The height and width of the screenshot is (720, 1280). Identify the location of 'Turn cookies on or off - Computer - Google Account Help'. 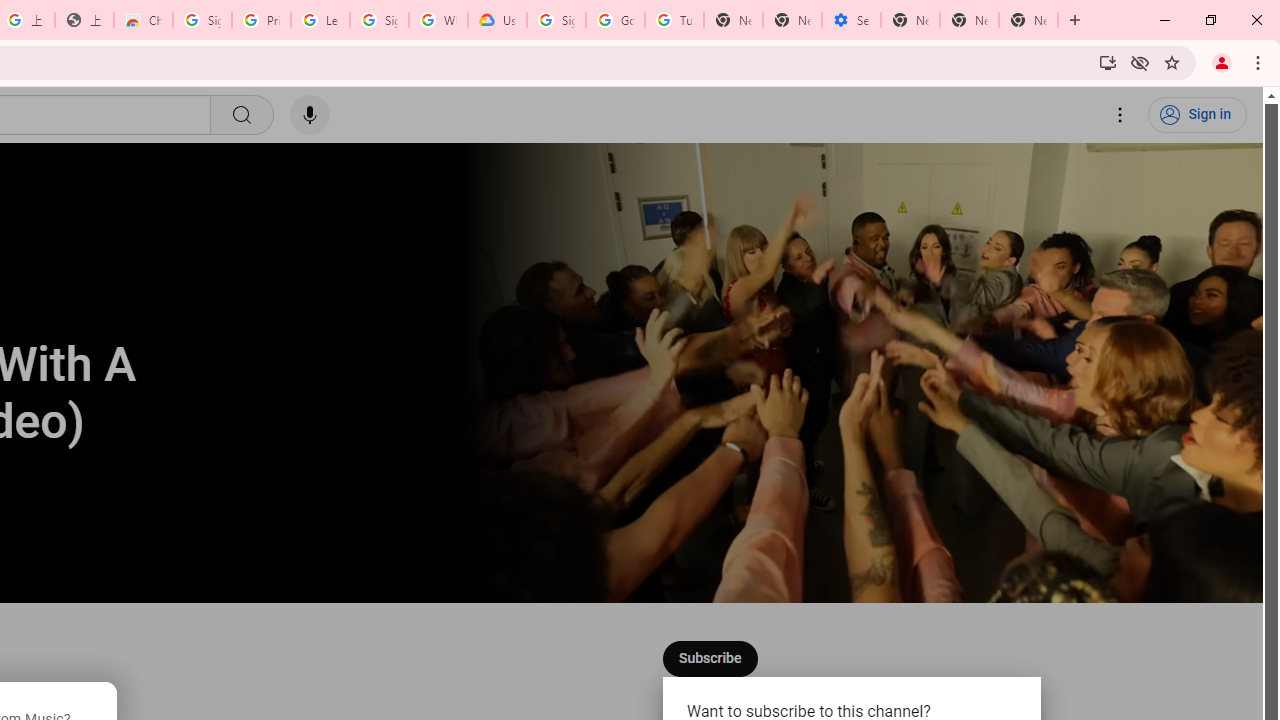
(674, 20).